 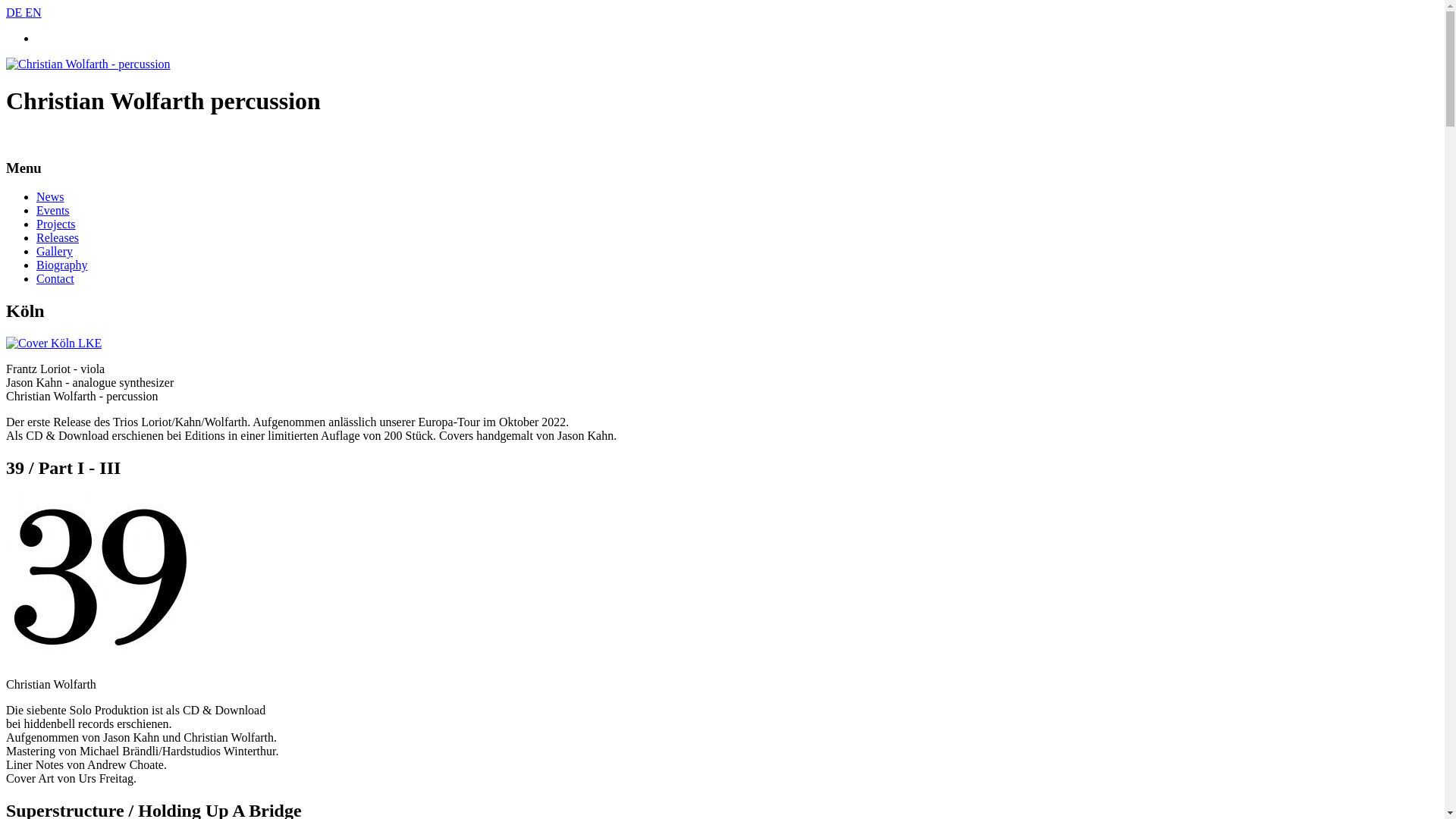 What do you see at coordinates (33, 12) in the screenshot?
I see `'EN'` at bounding box center [33, 12].